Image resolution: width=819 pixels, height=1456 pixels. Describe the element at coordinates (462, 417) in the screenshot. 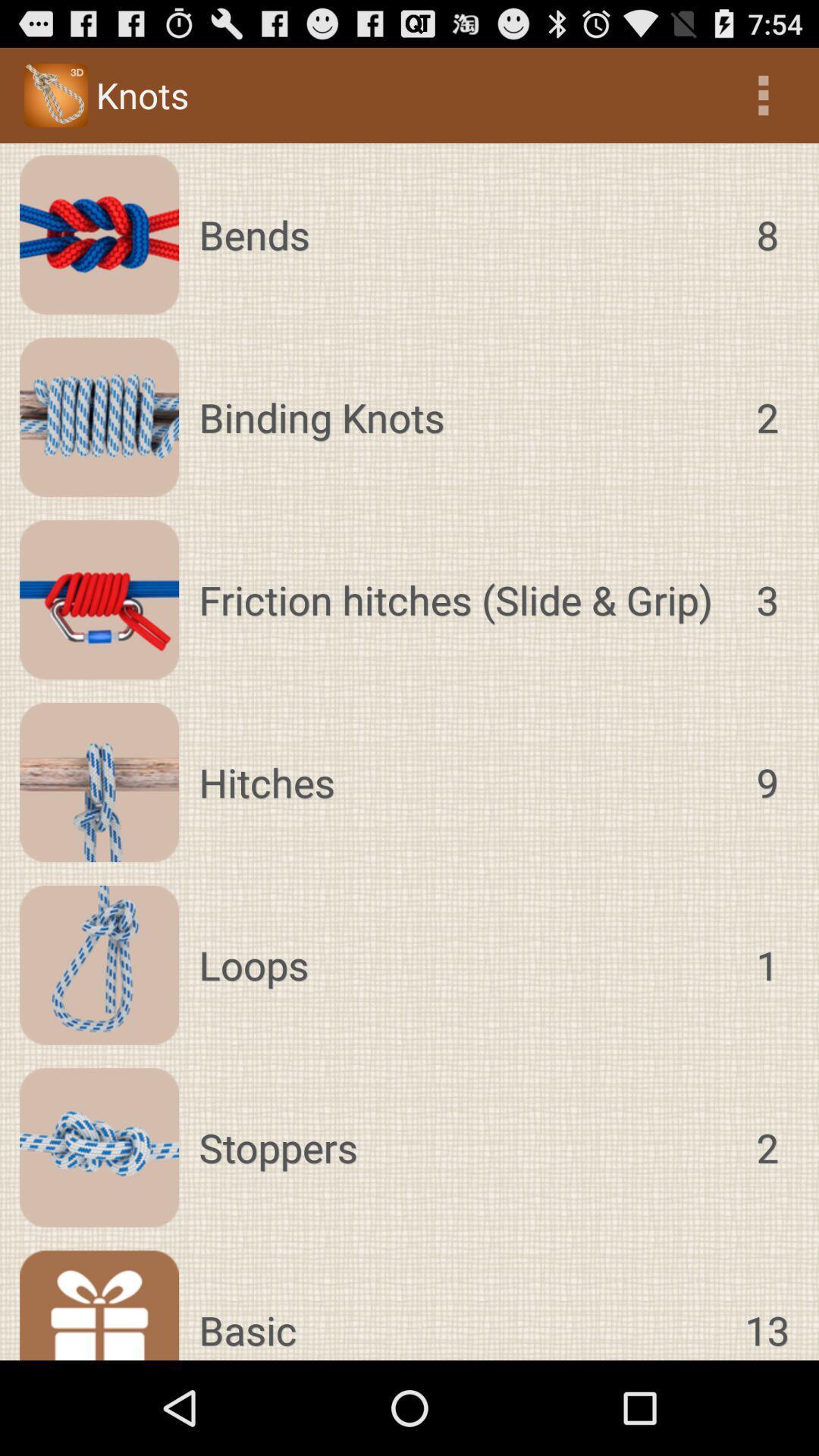

I see `app next to the 2 item` at that location.